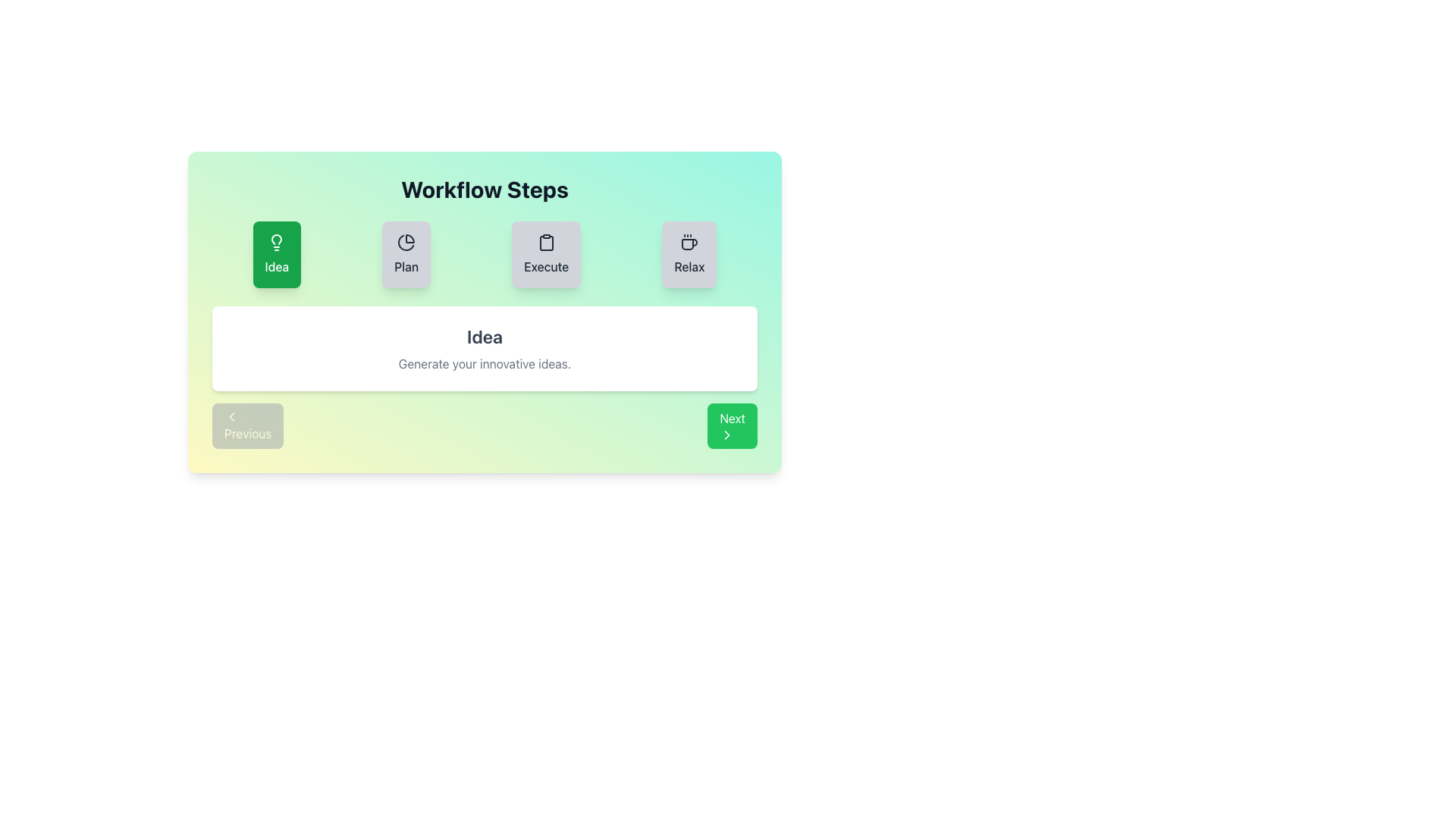  What do you see at coordinates (276, 253) in the screenshot?
I see `the leftmost button labeled 'Idea' in the workflow step indicator` at bounding box center [276, 253].